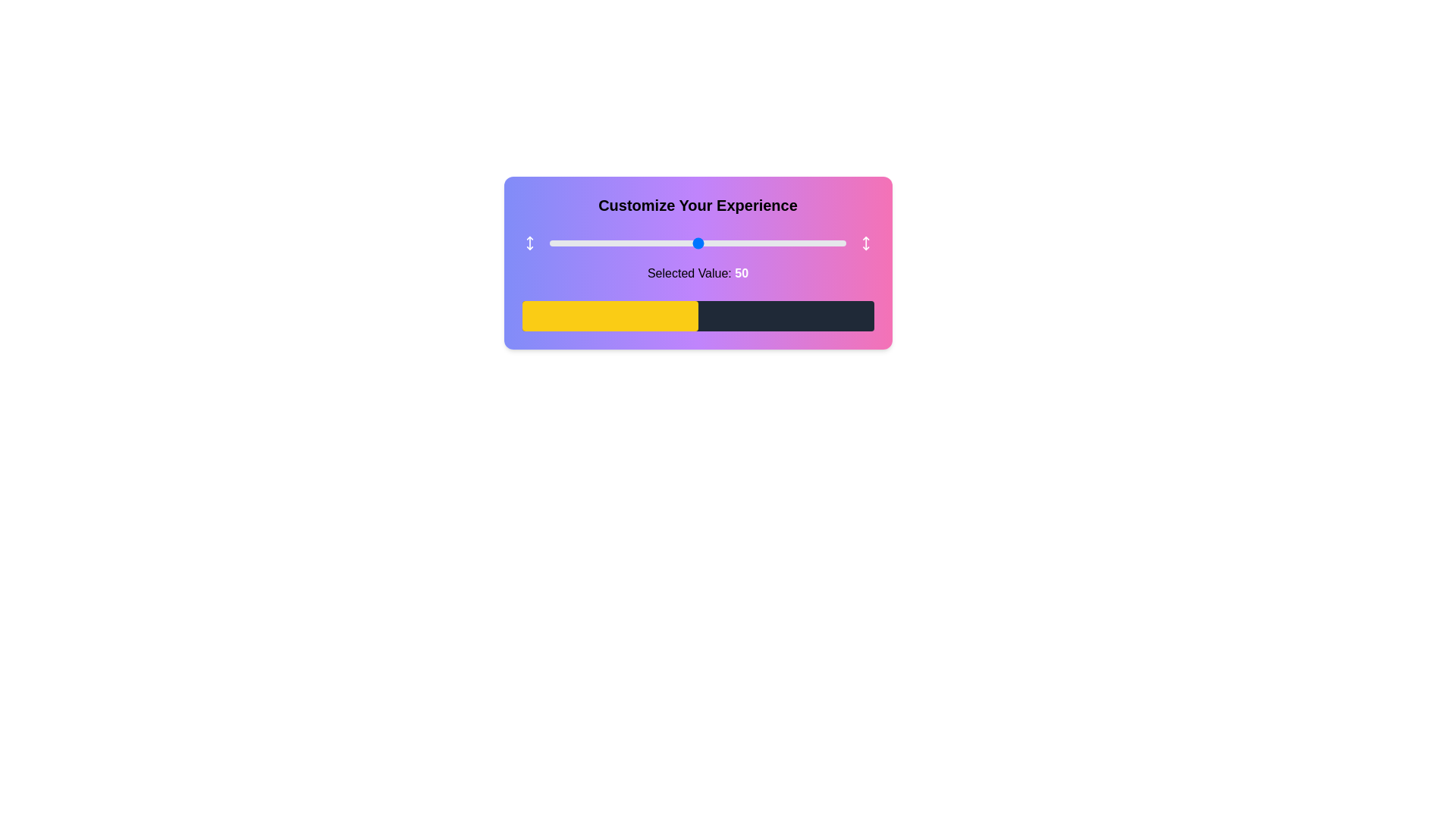 The width and height of the screenshot is (1456, 819). Describe the element at coordinates (798, 242) in the screenshot. I see `the slider to set its value to 84` at that location.